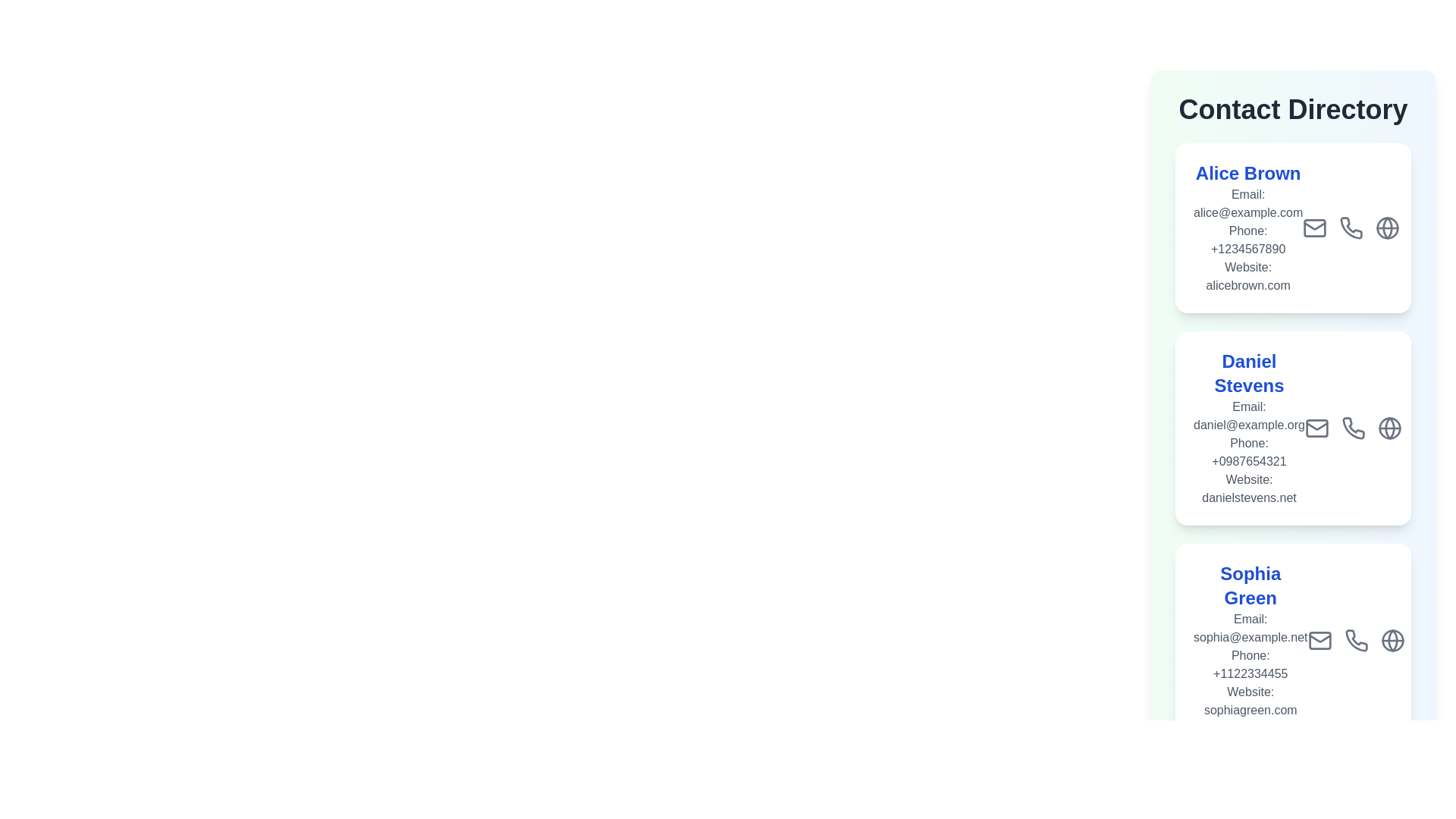 Image resolution: width=1456 pixels, height=819 pixels. I want to click on the text element corresponding to Daniel Stevens, so click(1248, 374).